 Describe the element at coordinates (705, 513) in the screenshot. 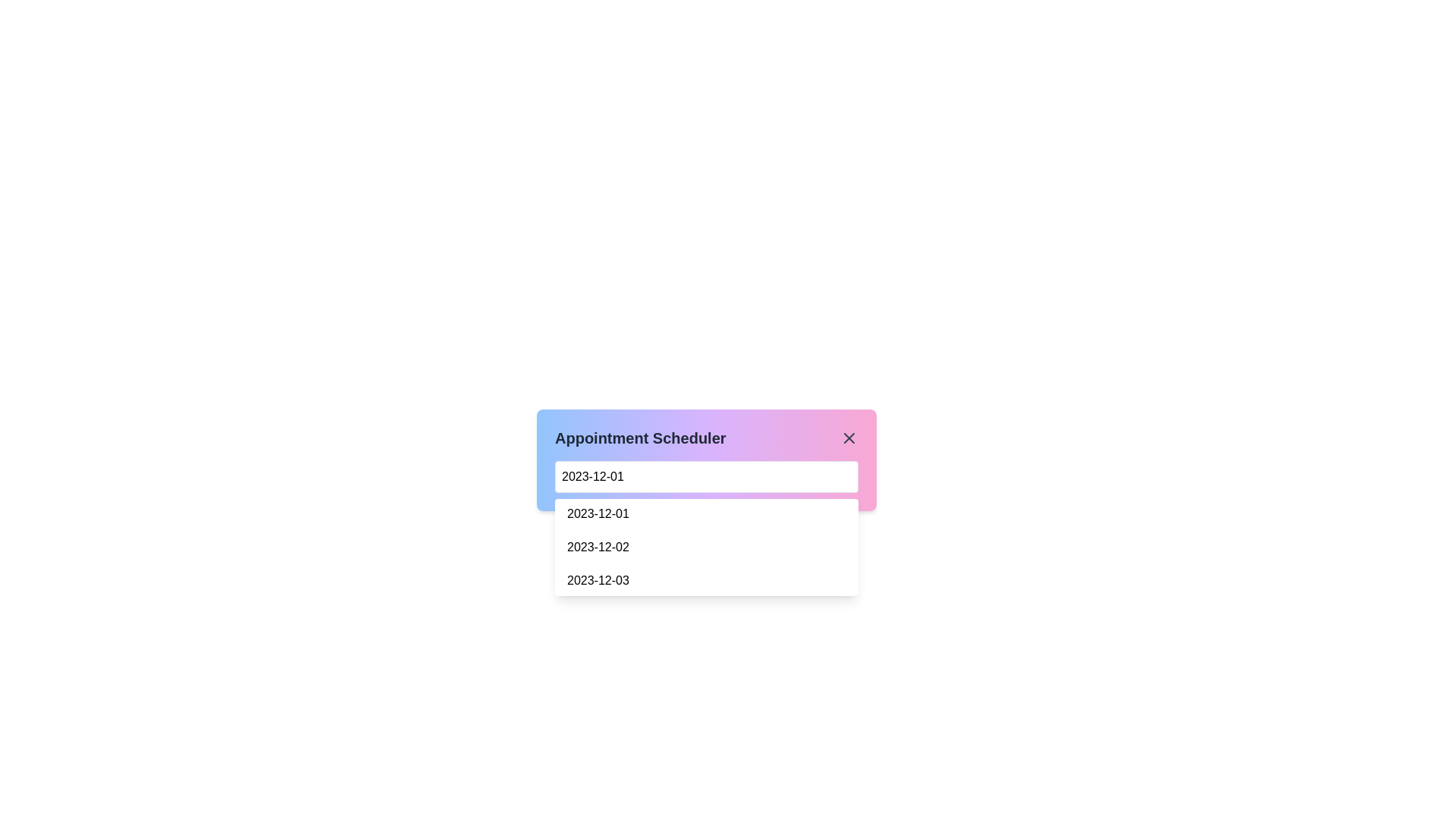

I see `the interactive list item labeled '2023-12-01'` at that location.